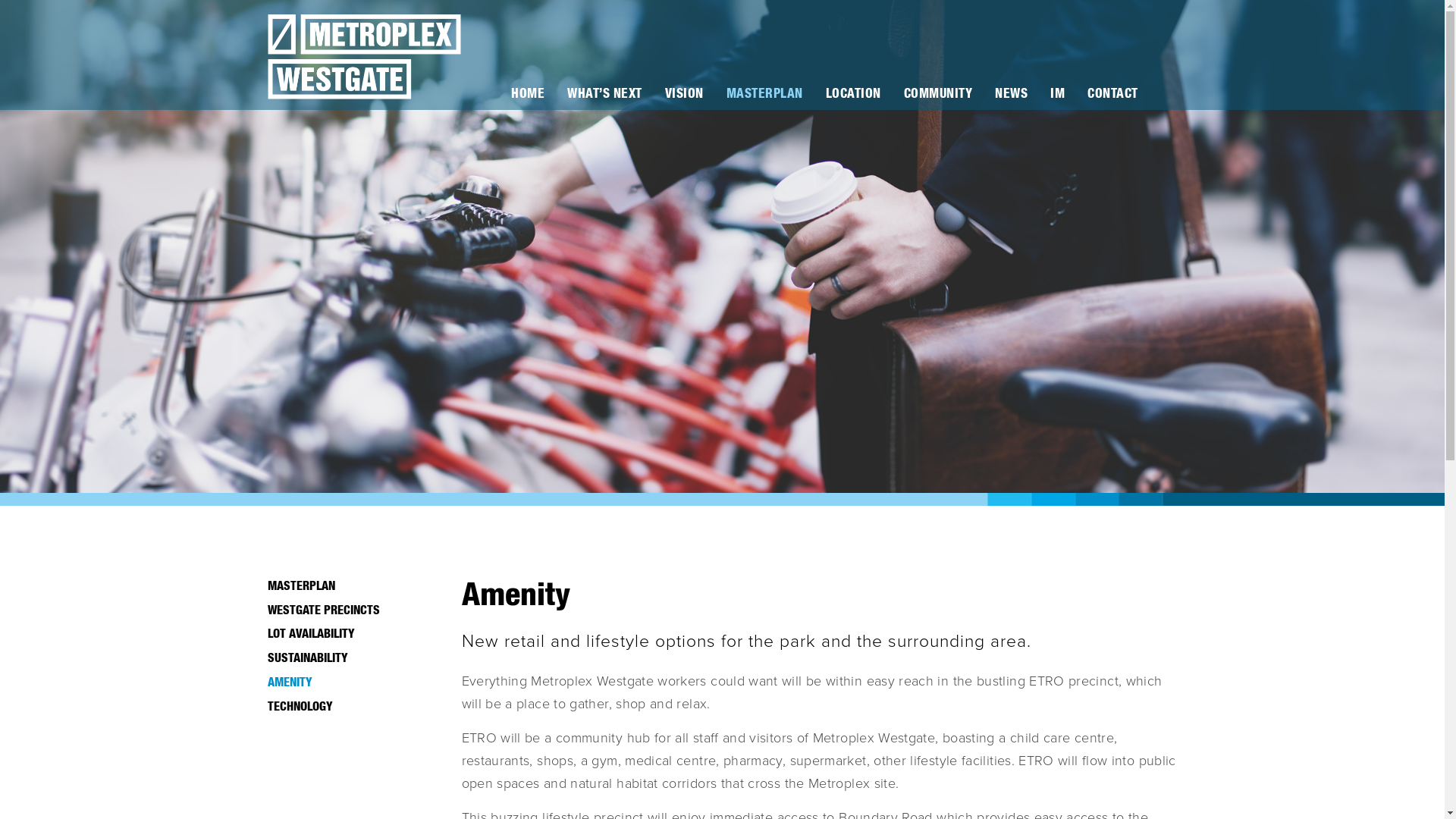 The height and width of the screenshot is (819, 1456). What do you see at coordinates (528, 93) in the screenshot?
I see `'HOME'` at bounding box center [528, 93].